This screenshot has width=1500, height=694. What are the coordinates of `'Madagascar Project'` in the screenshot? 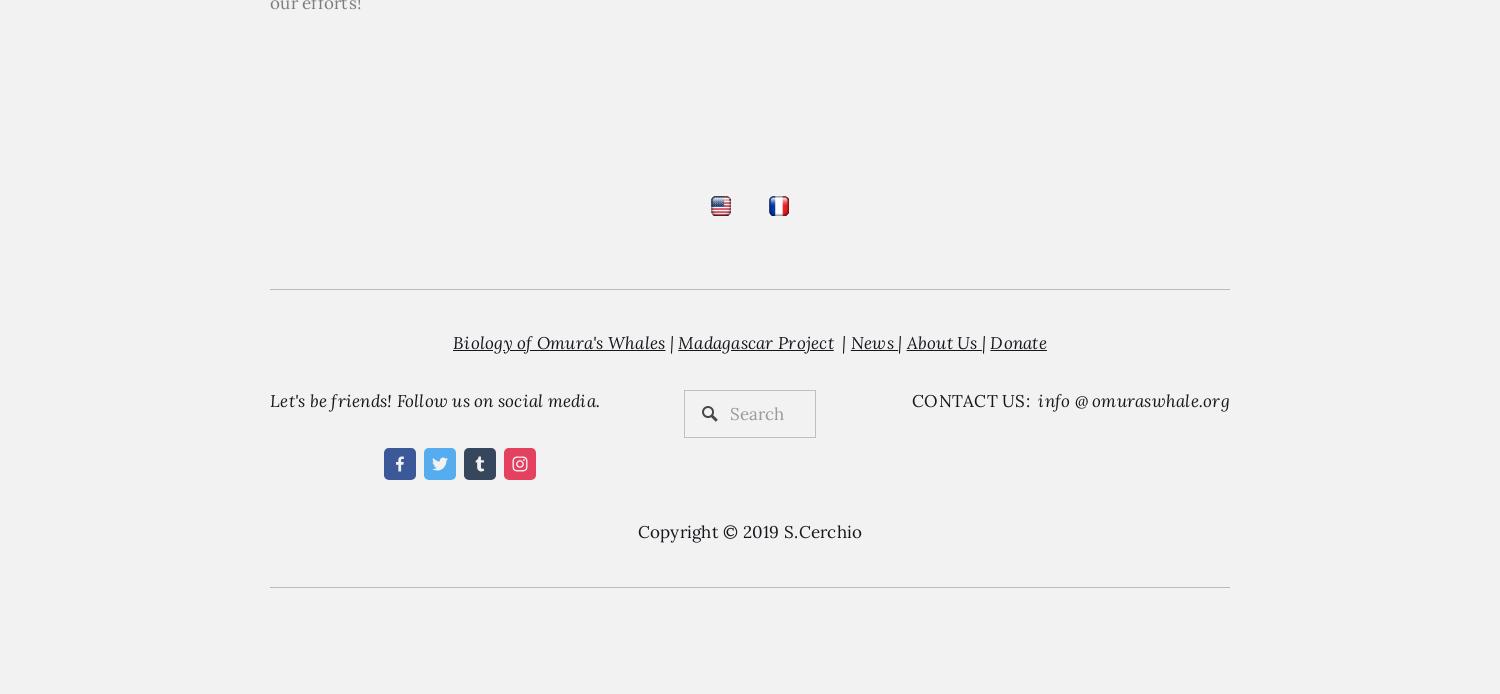 It's located at (755, 341).